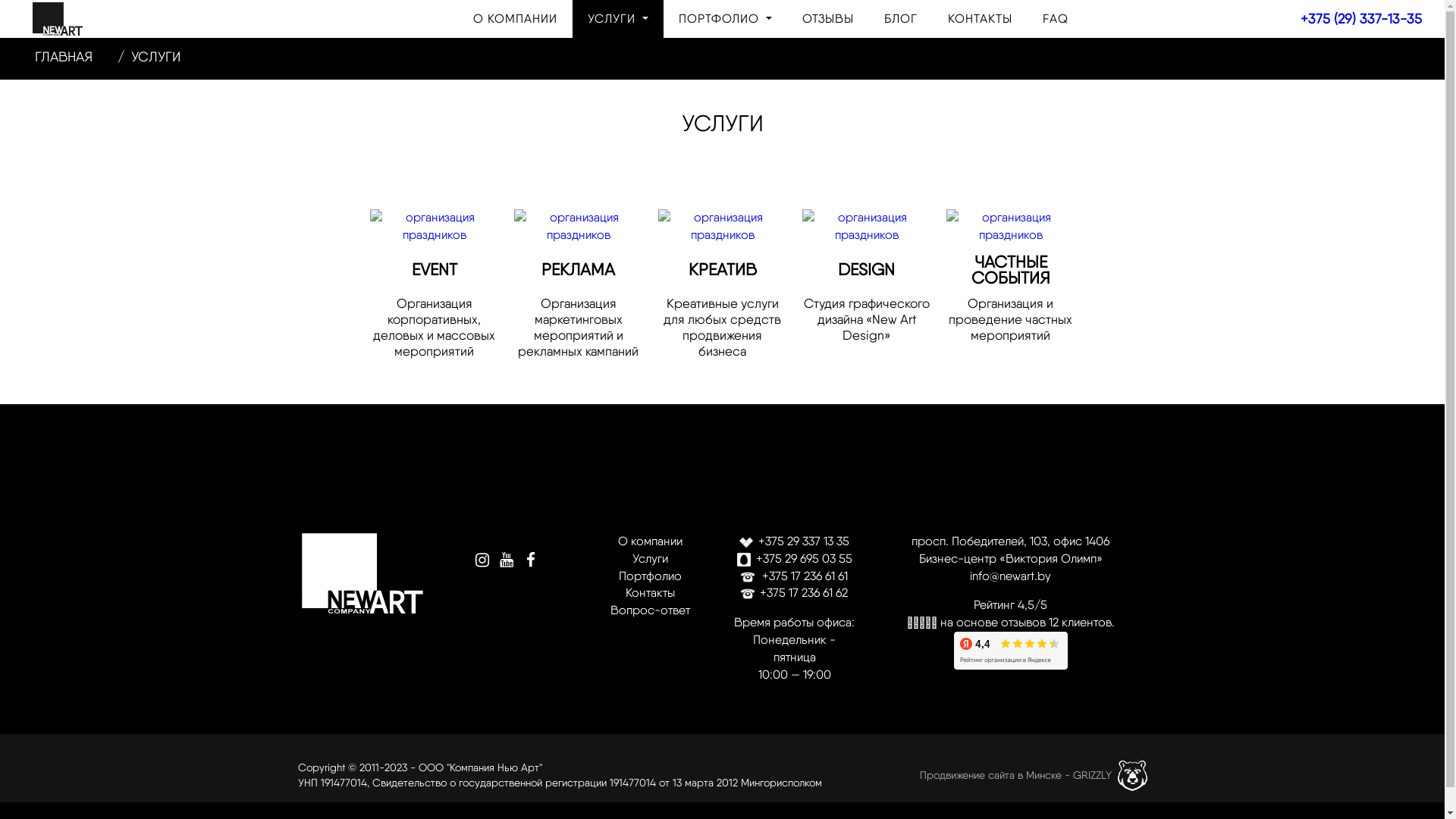 The width and height of the screenshot is (1456, 819). I want to click on 'FAQ', so click(1055, 18).